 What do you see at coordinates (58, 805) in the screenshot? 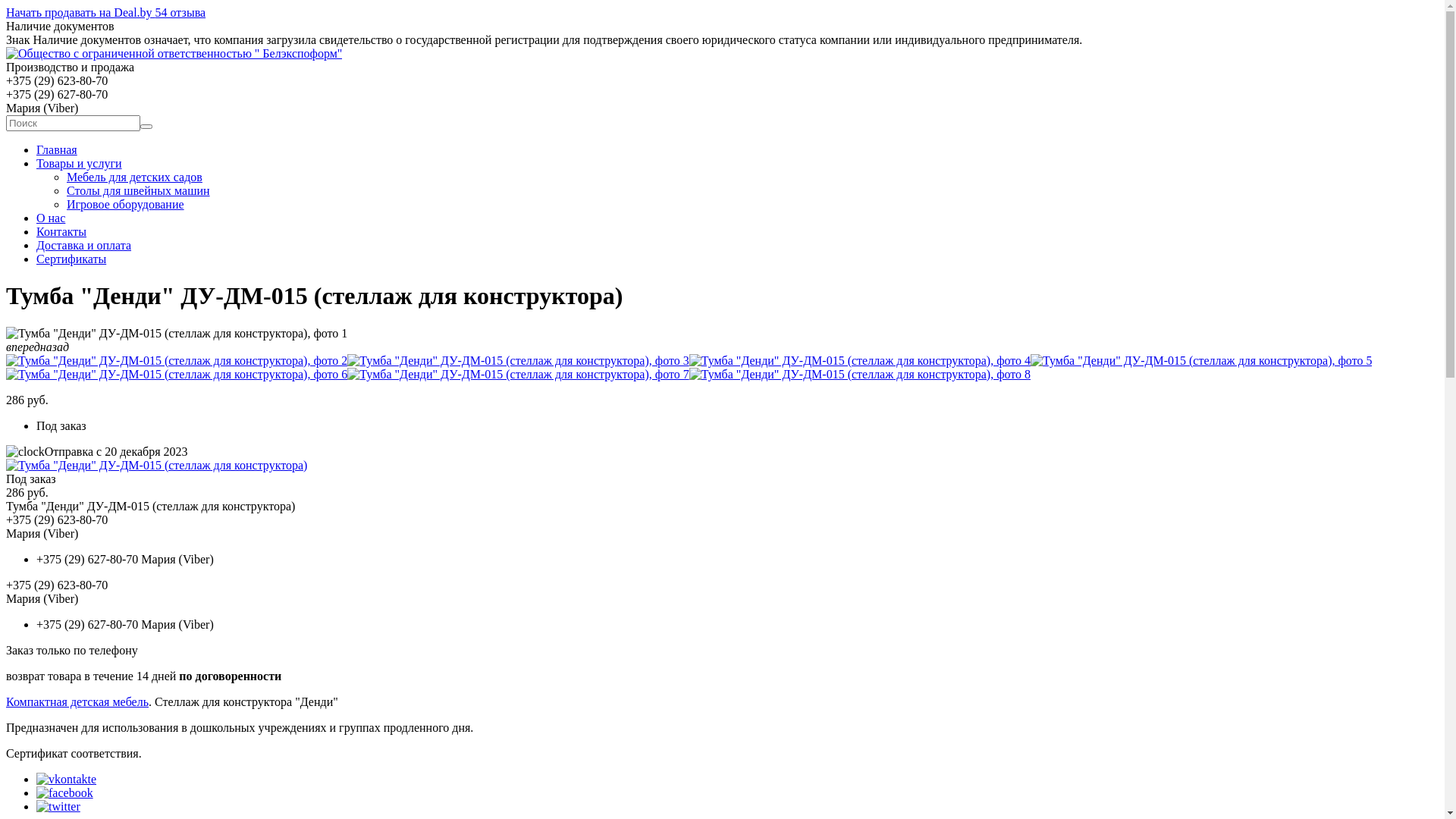
I see `'twitter'` at bounding box center [58, 805].